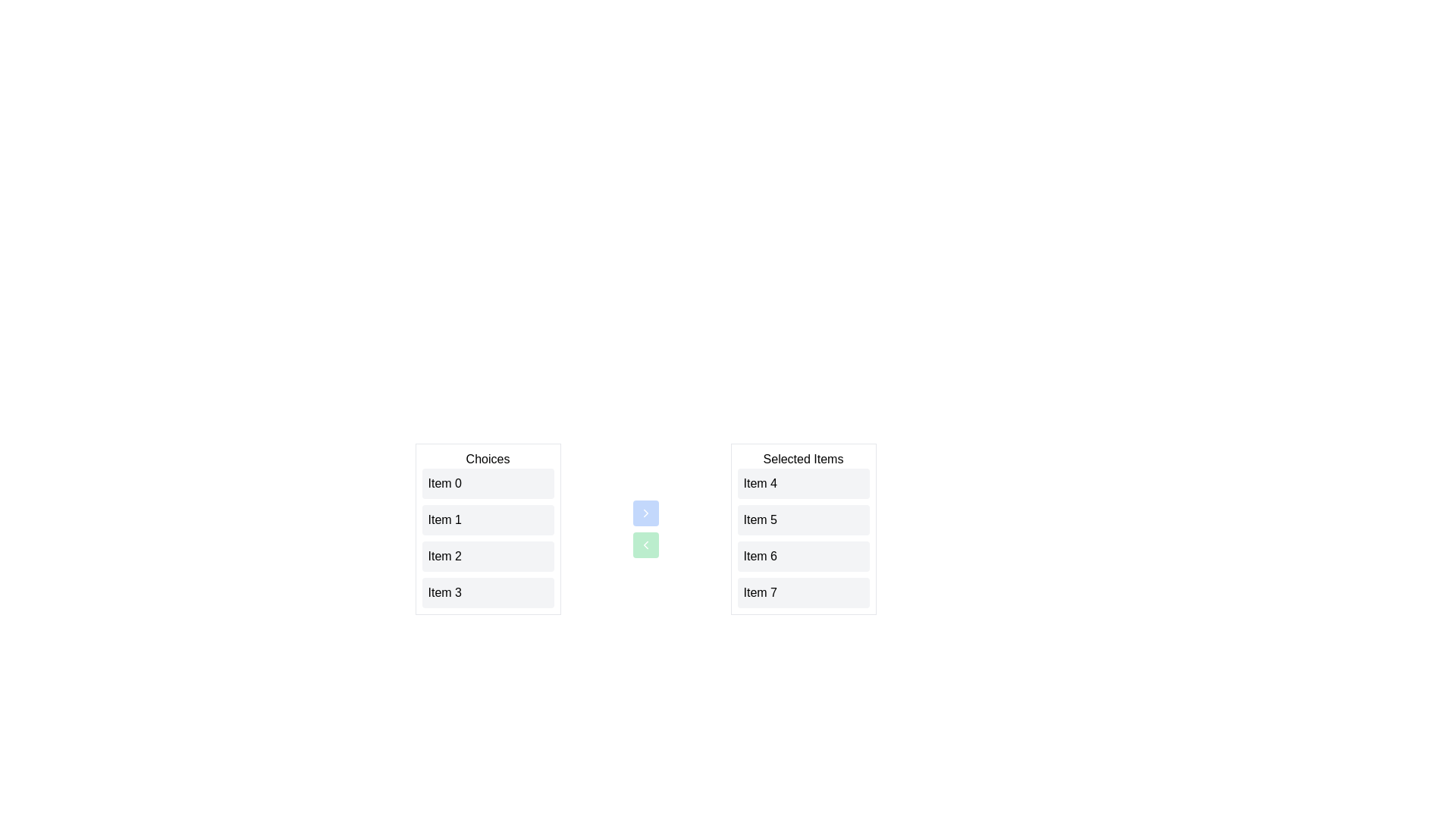 This screenshot has height=819, width=1456. Describe the element at coordinates (760, 556) in the screenshot. I see `the text label displaying 'Item 6' which is located in the 'Selected Items' list on the right panel of the interface` at that location.